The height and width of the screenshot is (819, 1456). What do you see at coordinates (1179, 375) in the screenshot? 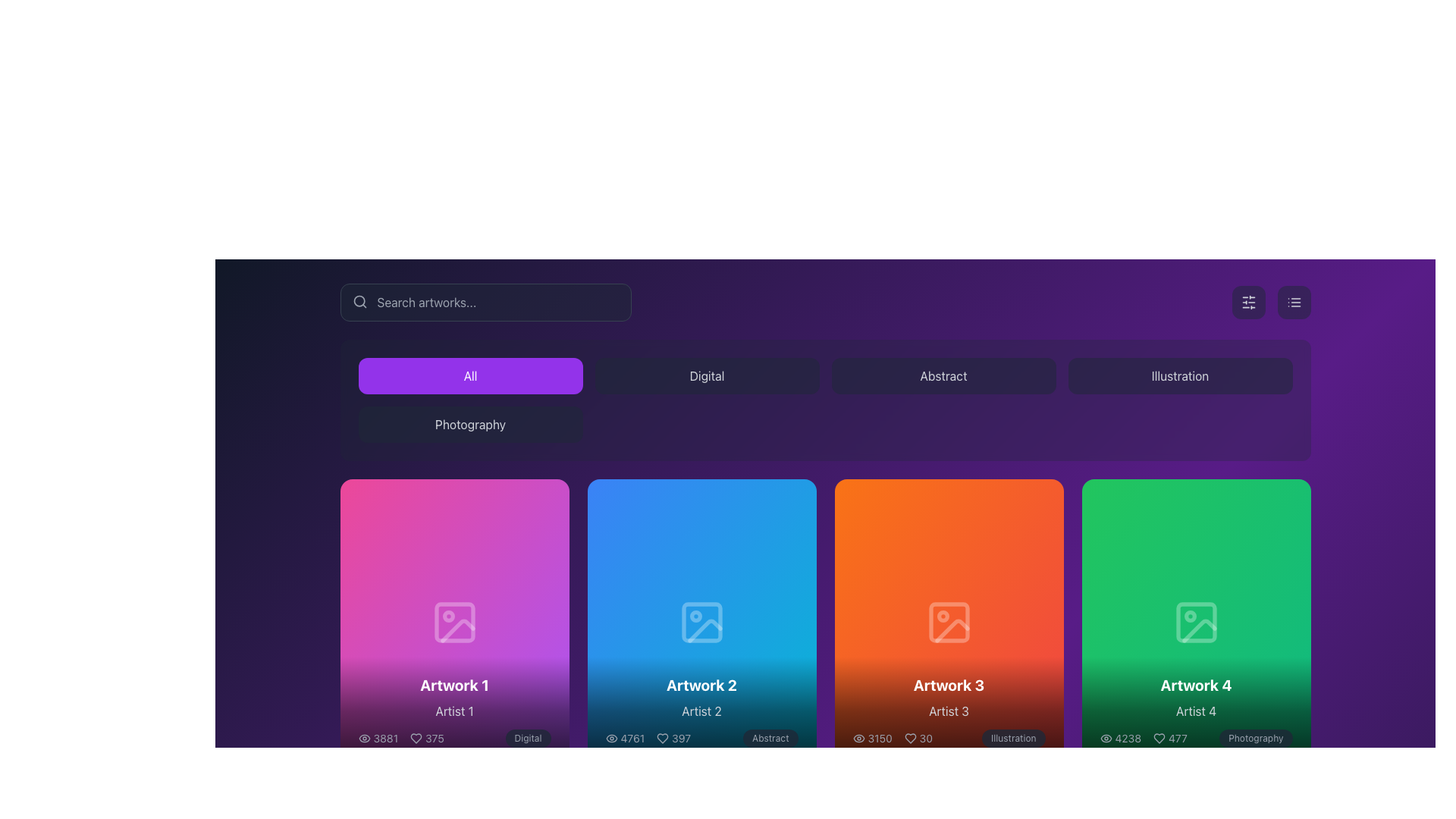
I see `the 'Illustration' button, which is a rectangular button with rounded corners featuring light gray text, located between the 'Abstract' and 'Photography' buttons in a grid layout` at bounding box center [1179, 375].